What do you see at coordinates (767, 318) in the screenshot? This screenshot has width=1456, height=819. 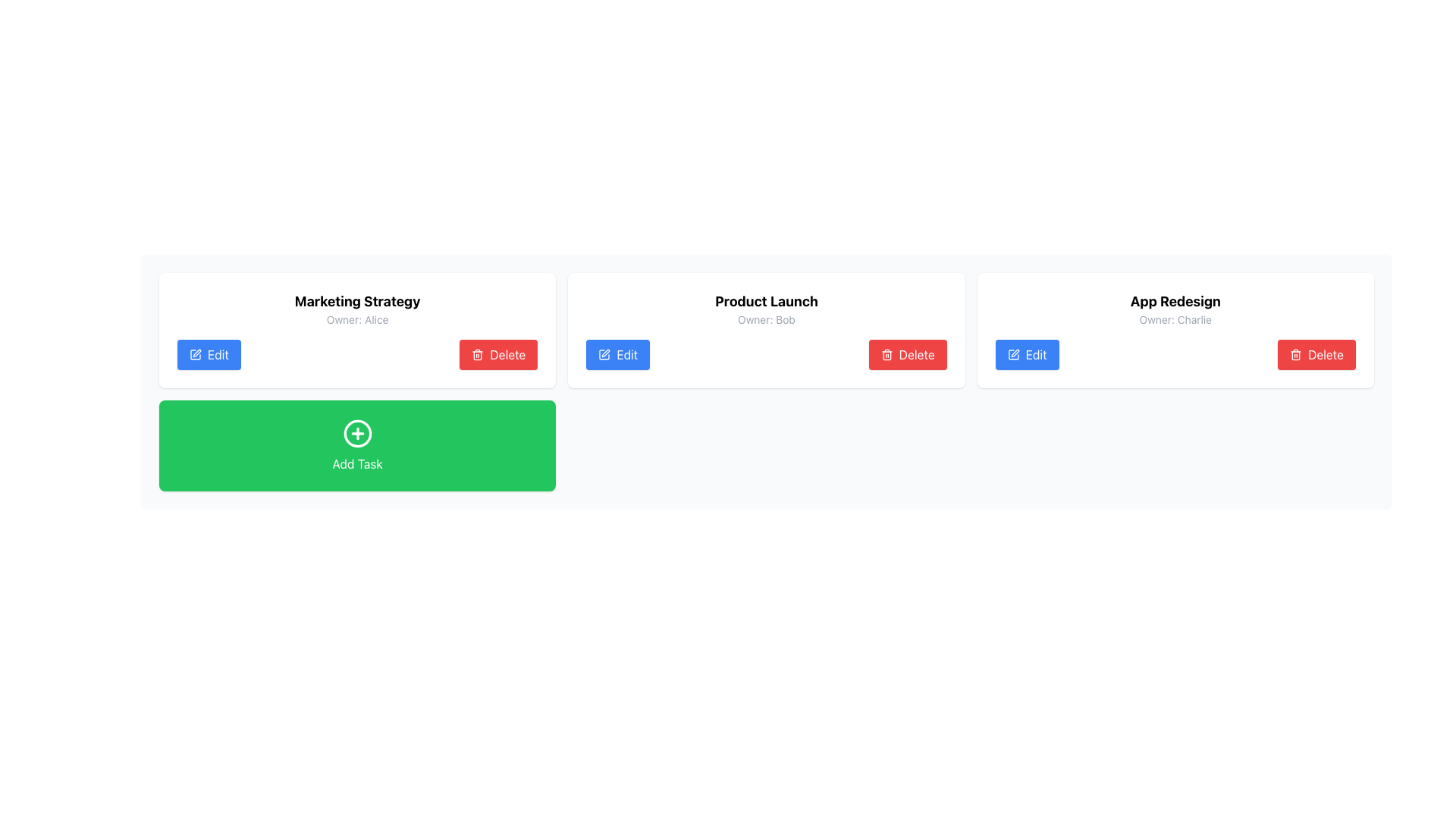 I see `the text display element indicating the owner of the task, which shows 'Owner: Bob' in small gray font, positioned centrally beneath the 'Product Launch' title and above the 'Edit' and 'Delete' buttons` at bounding box center [767, 318].